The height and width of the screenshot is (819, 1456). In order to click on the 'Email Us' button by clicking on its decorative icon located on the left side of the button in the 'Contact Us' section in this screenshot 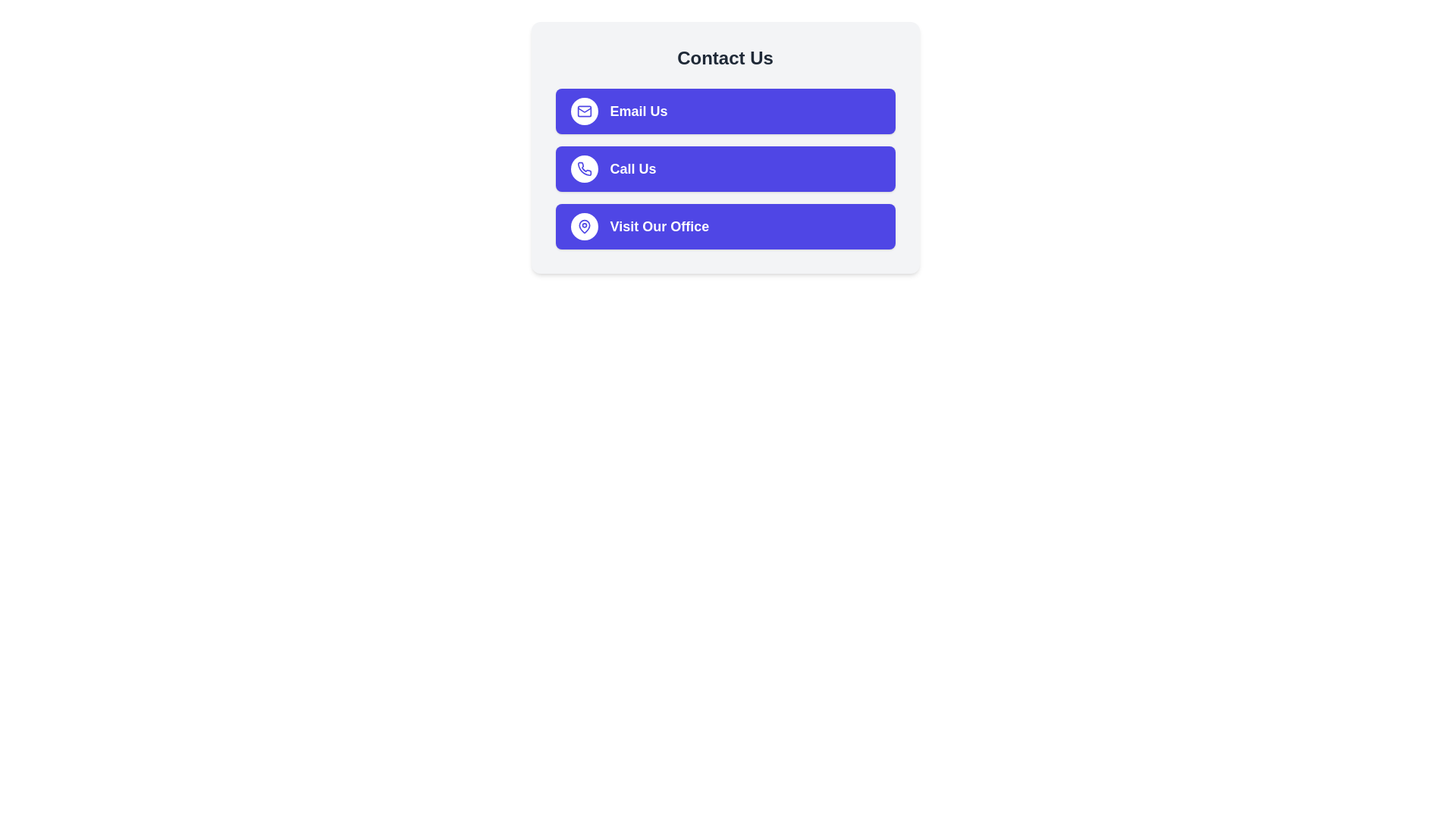, I will do `click(583, 110)`.